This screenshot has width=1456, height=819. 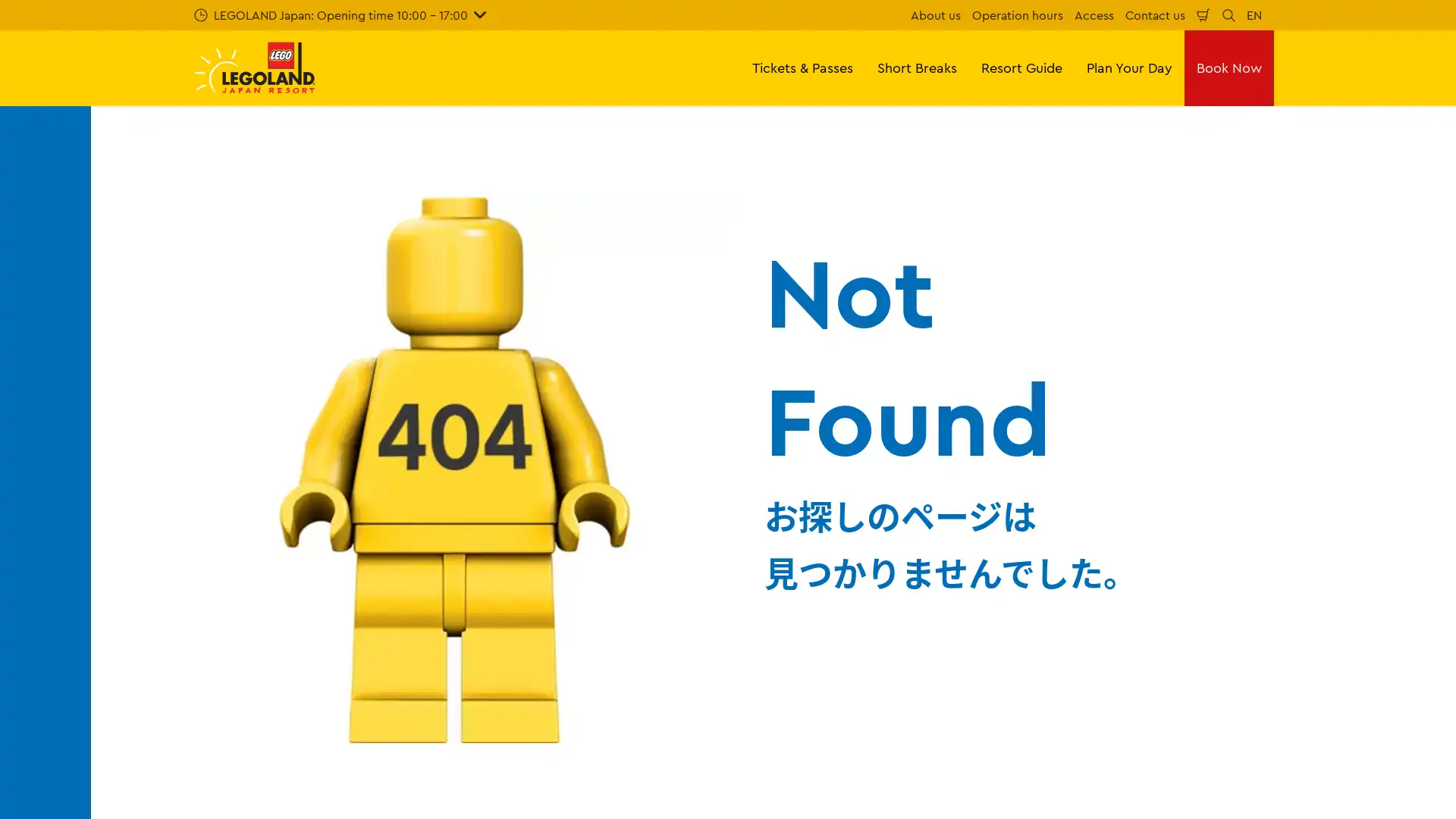 I want to click on Shopping Cart, so click(x=1203, y=14).